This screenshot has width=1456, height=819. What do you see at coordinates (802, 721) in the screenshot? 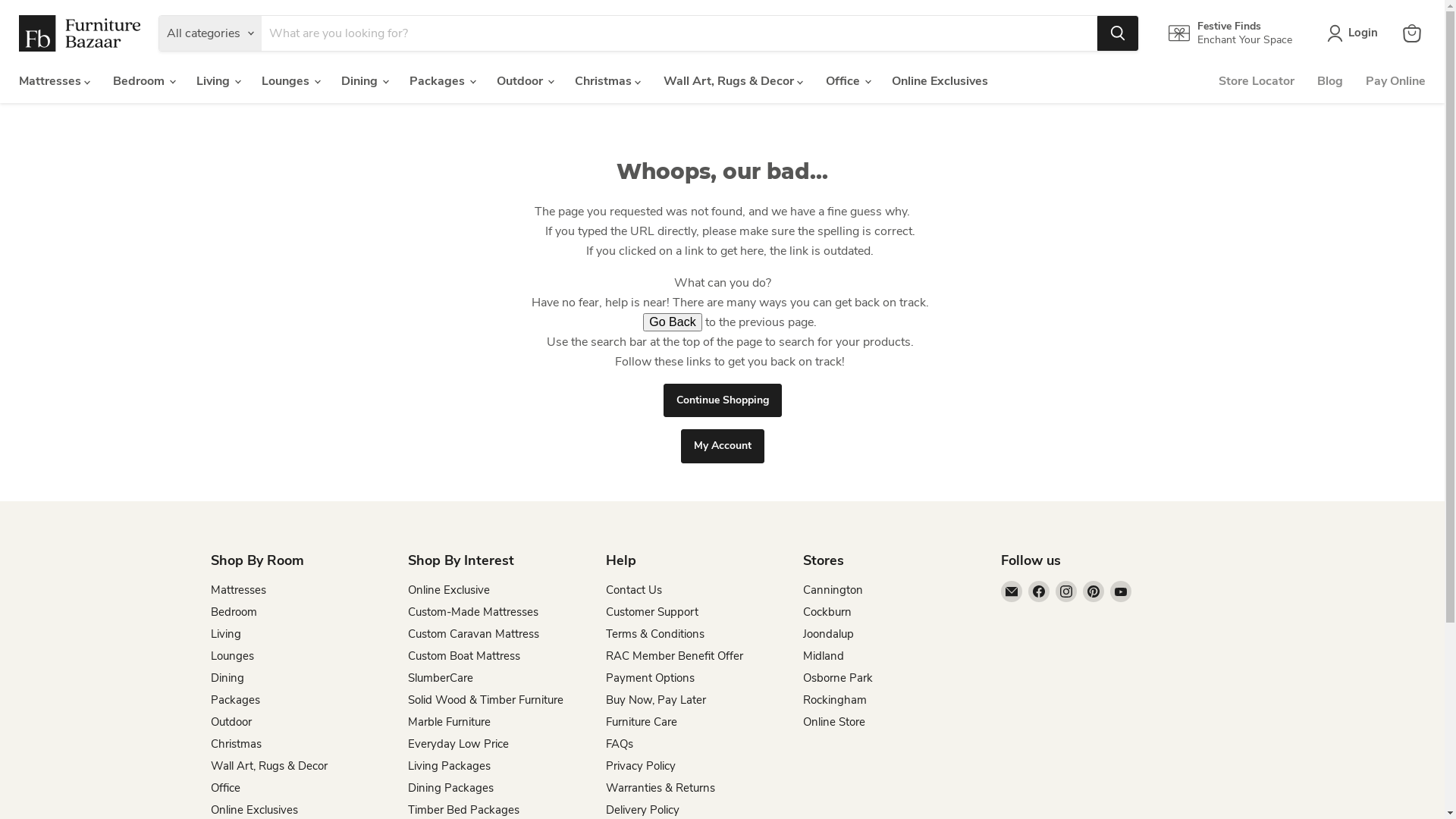
I see `'Online Store'` at bounding box center [802, 721].